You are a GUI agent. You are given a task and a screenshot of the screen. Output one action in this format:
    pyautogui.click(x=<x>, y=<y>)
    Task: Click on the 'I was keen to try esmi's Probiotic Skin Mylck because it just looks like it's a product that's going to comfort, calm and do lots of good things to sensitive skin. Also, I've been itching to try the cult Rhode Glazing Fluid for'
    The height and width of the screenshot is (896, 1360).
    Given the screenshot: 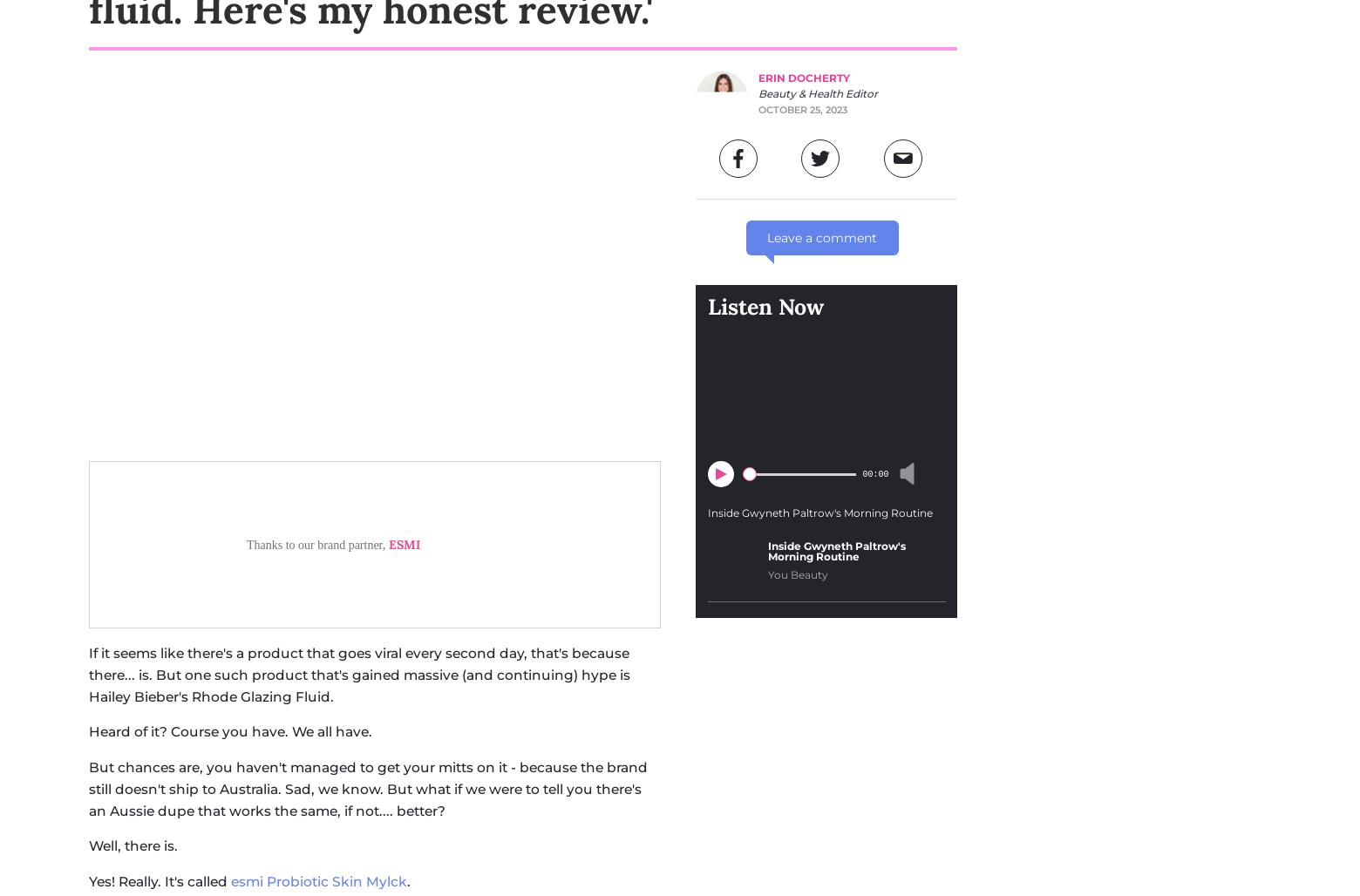 What is the action you would take?
    pyautogui.click(x=370, y=326)
    